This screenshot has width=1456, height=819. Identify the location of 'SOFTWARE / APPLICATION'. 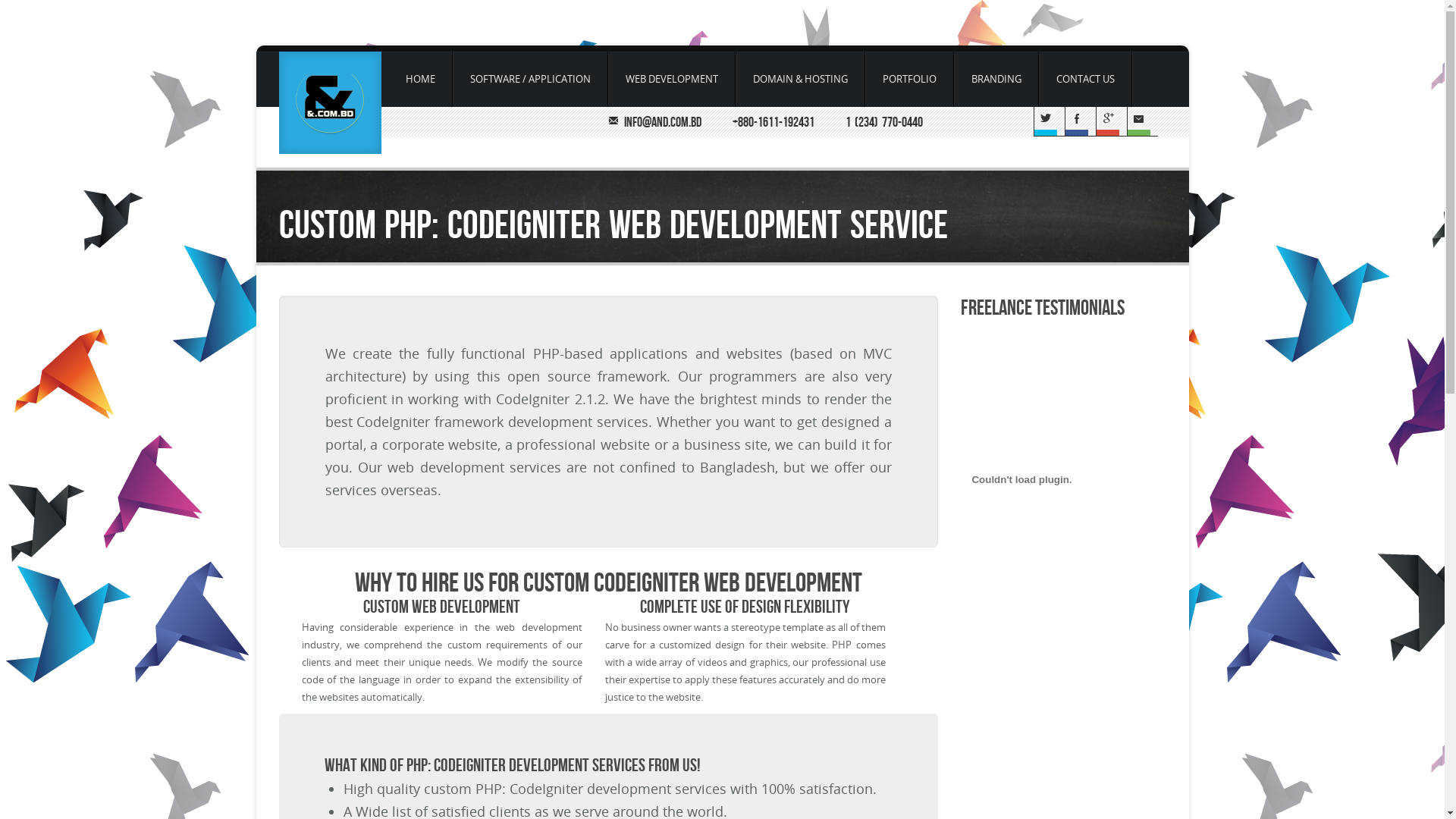
(531, 79).